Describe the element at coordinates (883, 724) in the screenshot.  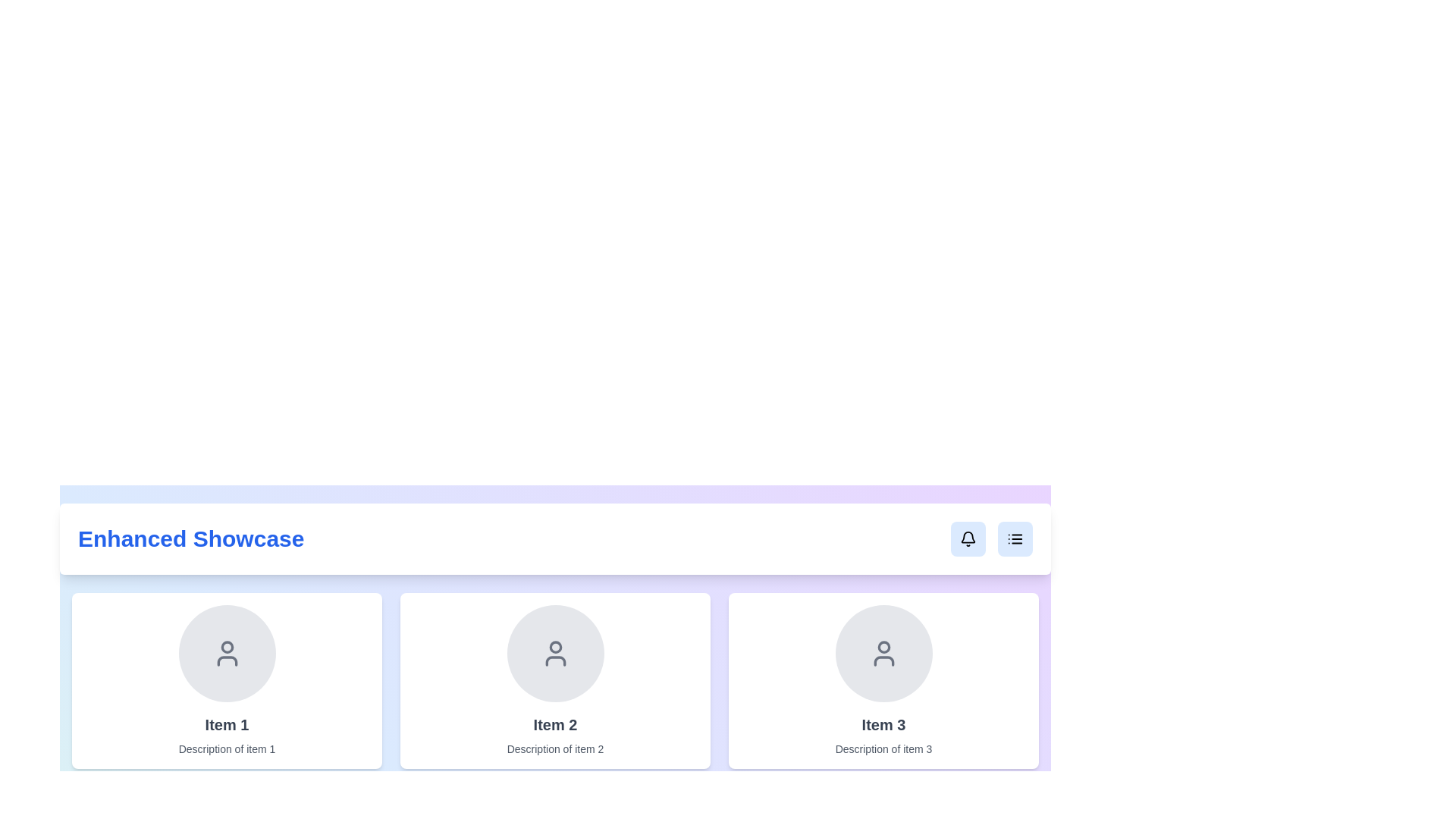
I see `title text 'Item 3' located in the third card of a horizontally aligned list of cards, positioned beneath an icon and above the description text` at that location.